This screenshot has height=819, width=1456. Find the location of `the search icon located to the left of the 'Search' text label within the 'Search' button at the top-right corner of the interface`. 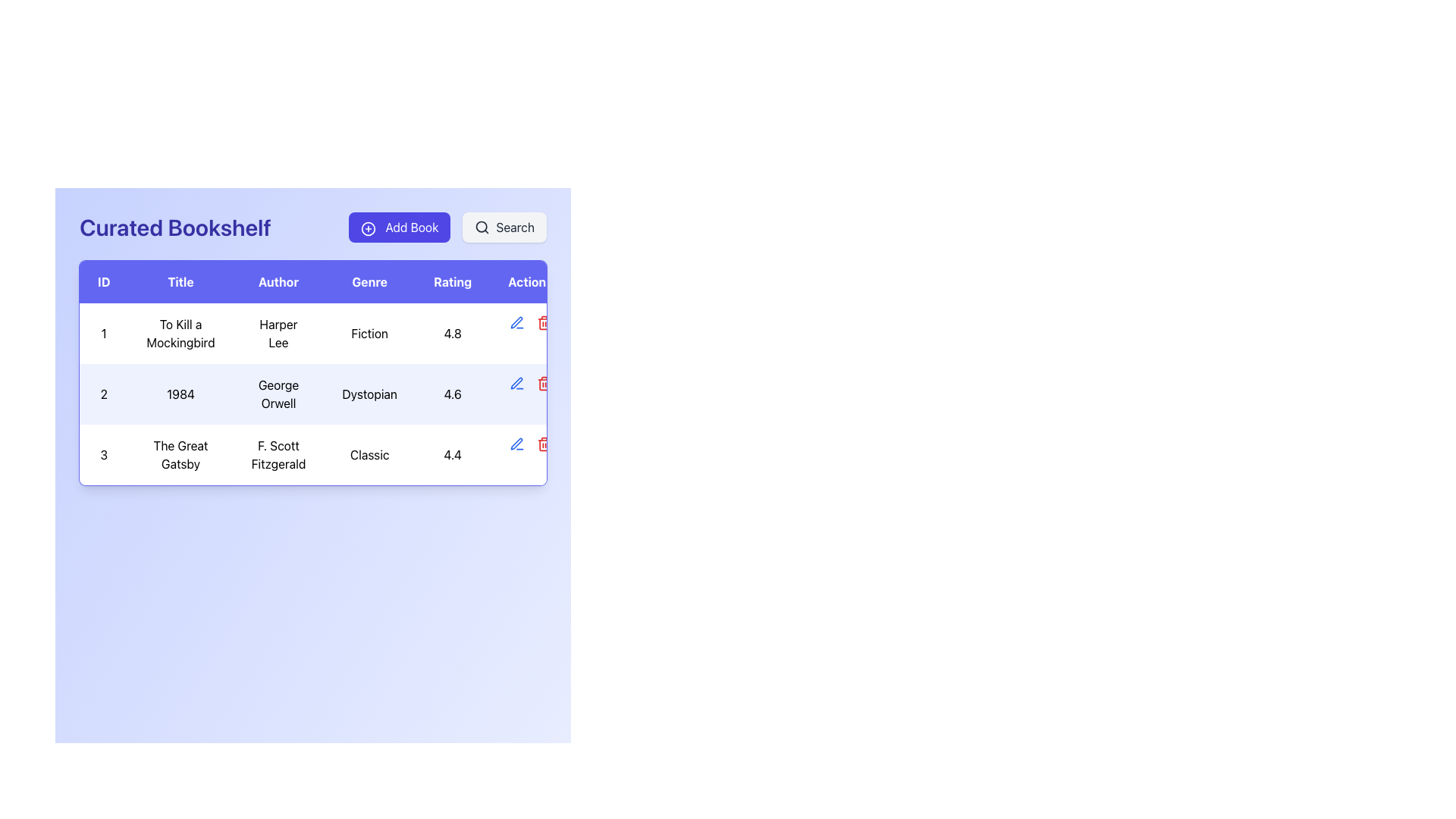

the search icon located to the left of the 'Search' text label within the 'Search' button at the top-right corner of the interface is located at coordinates (482, 227).